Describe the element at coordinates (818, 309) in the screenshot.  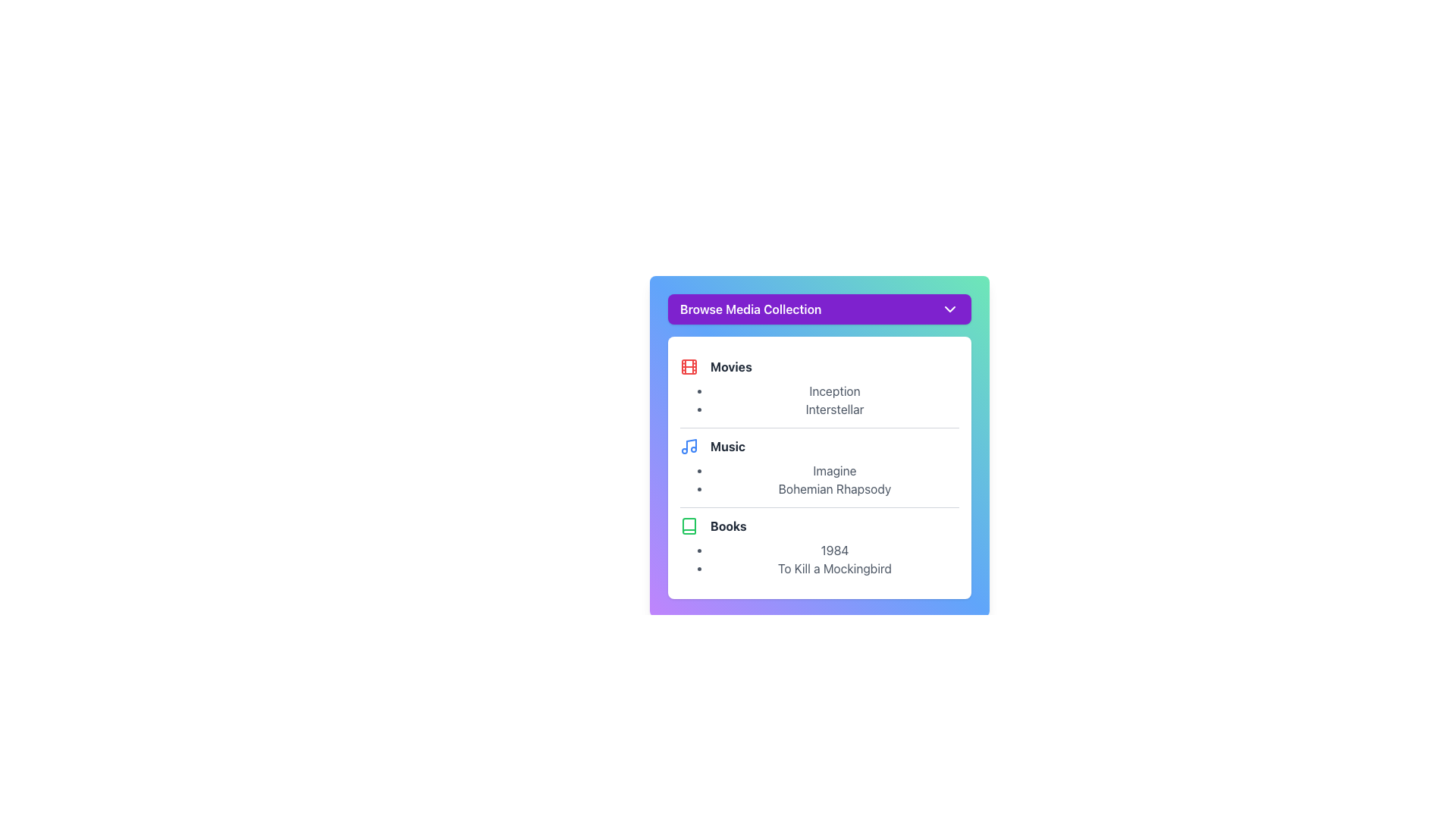
I see `the collapsible header button that toggles visibility of media content sections including 'Movies', 'Music', and 'Books'` at that location.